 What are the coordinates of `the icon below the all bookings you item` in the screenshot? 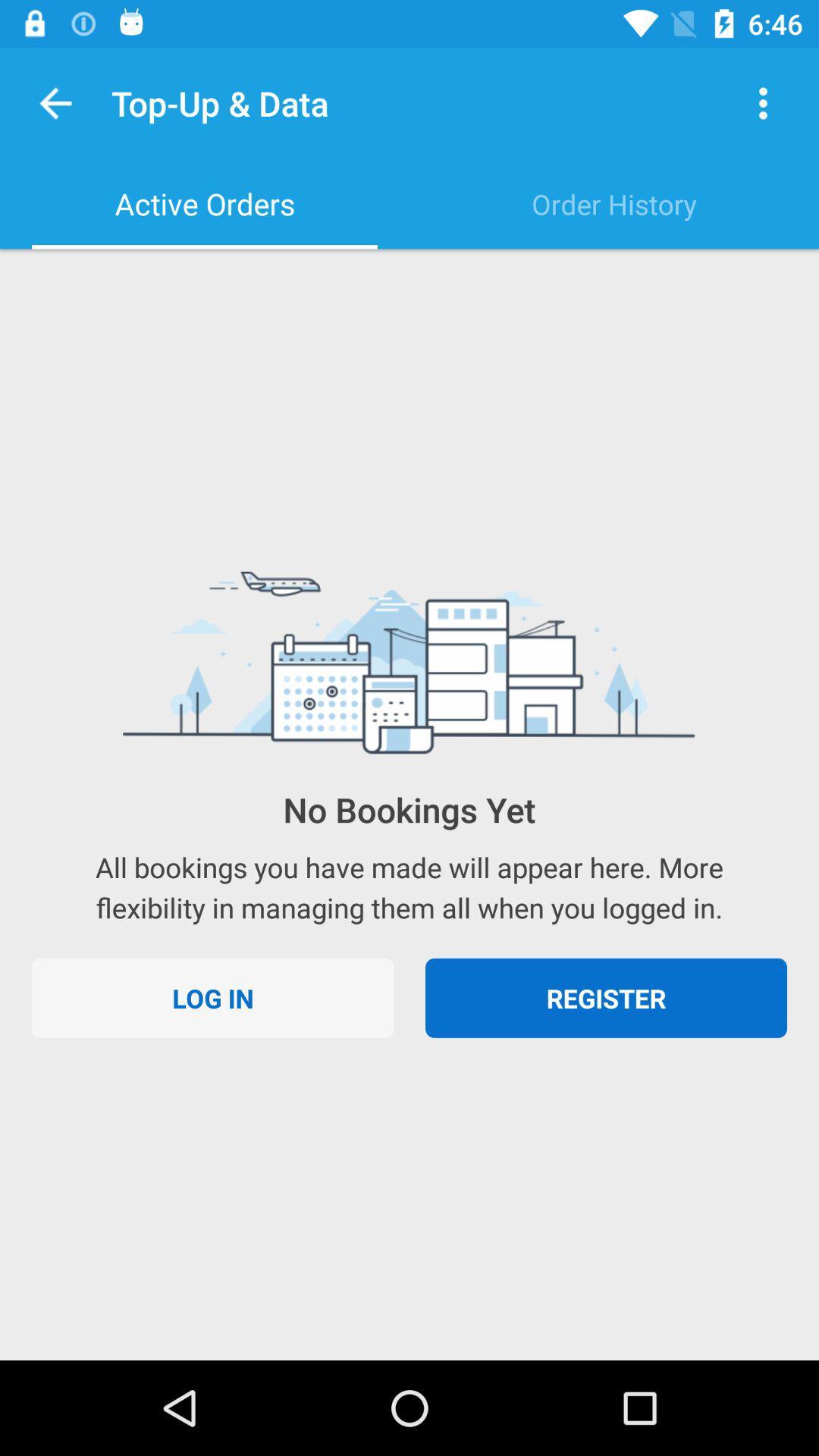 It's located at (605, 998).